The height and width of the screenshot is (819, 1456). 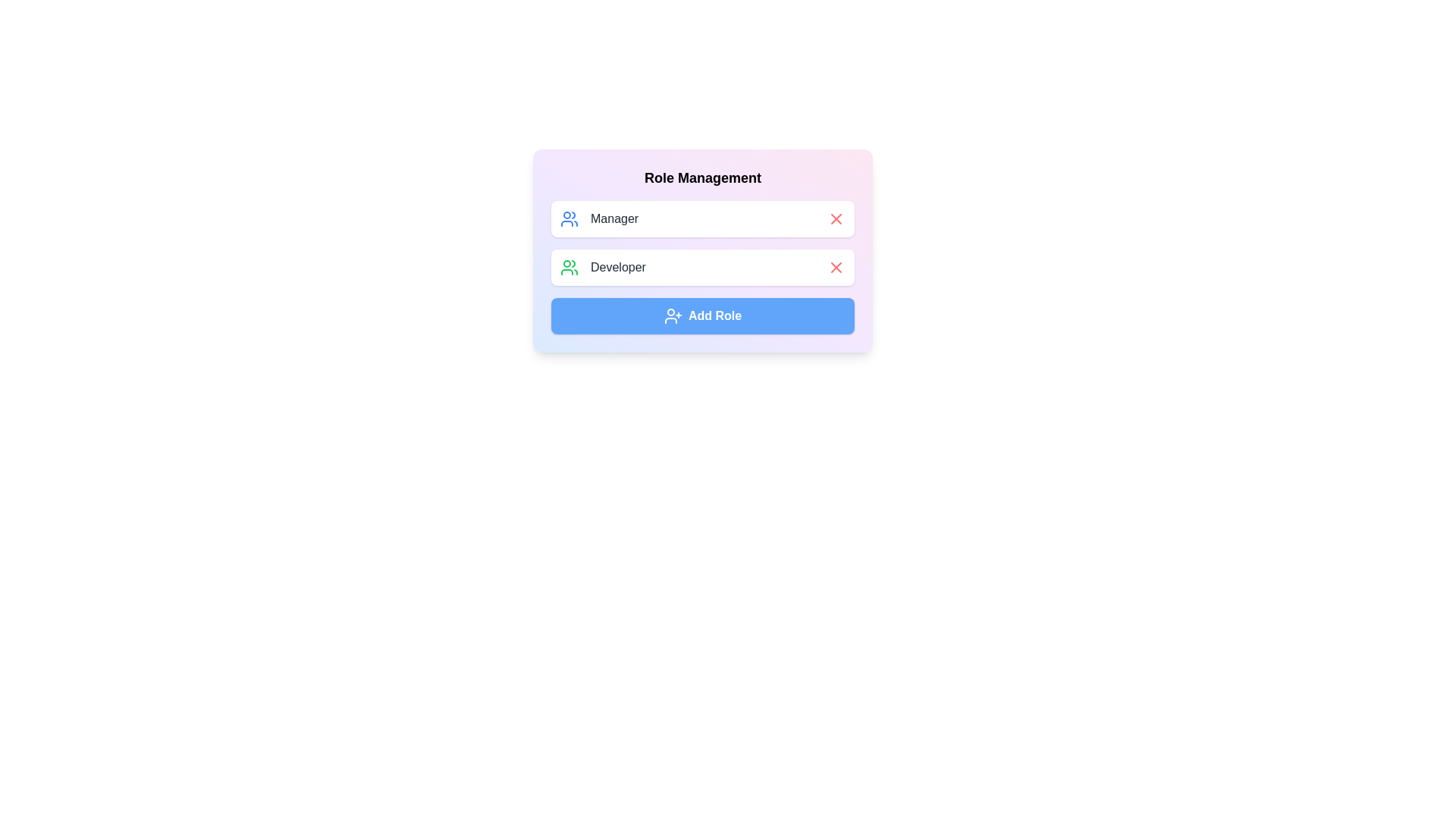 What do you see at coordinates (701, 315) in the screenshot?
I see `the 'Add Role' button to observe hover effects` at bounding box center [701, 315].